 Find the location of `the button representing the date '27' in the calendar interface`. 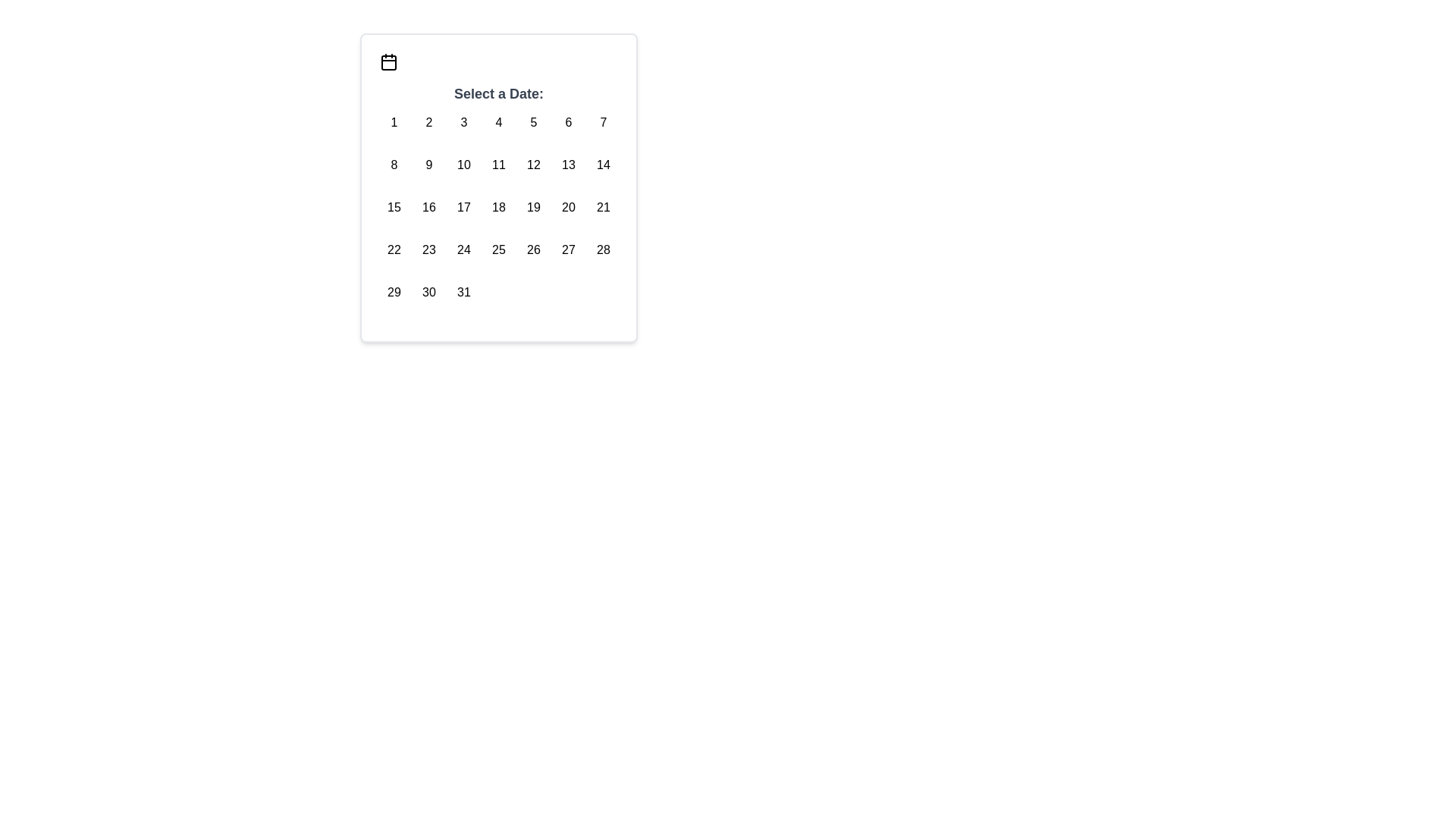

the button representing the date '27' in the calendar interface is located at coordinates (567, 249).